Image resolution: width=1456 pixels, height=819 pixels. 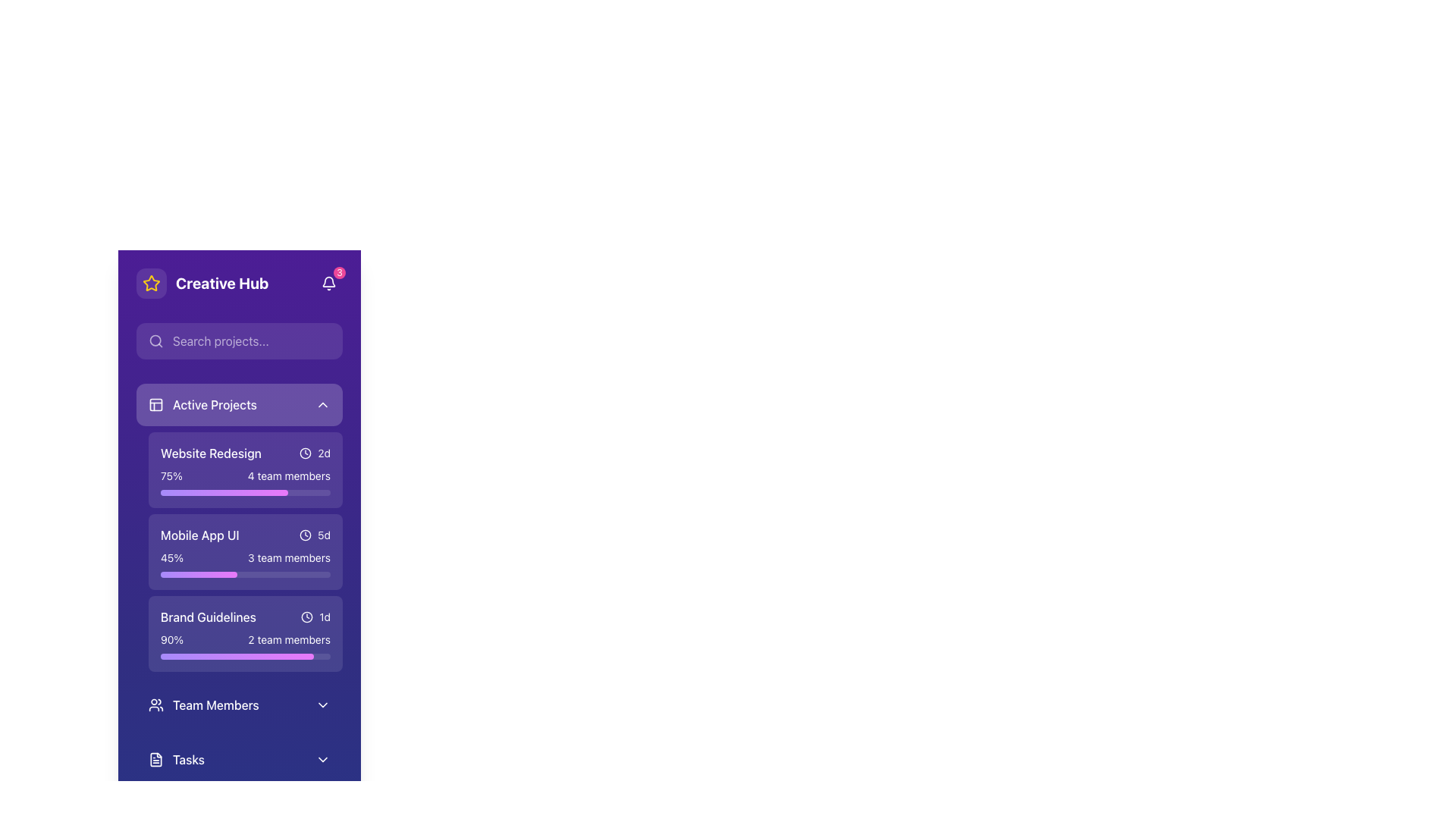 I want to click on informational text displaying the task completion percentage and team member count located in the 'Brand Guidelines' section, below the progress bar, so click(x=246, y=640).